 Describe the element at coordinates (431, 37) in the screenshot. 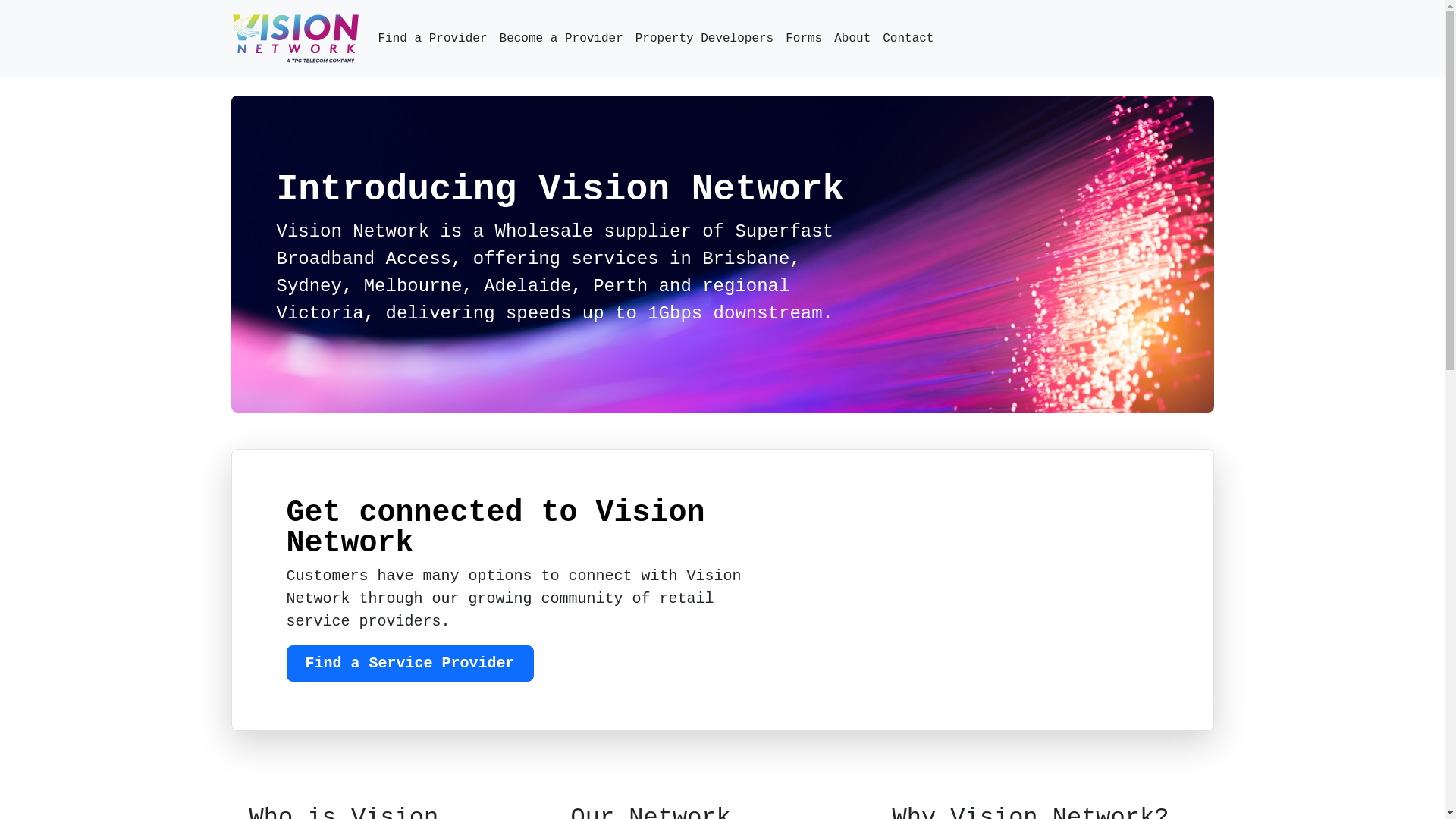

I see `'Find a Provider'` at that location.